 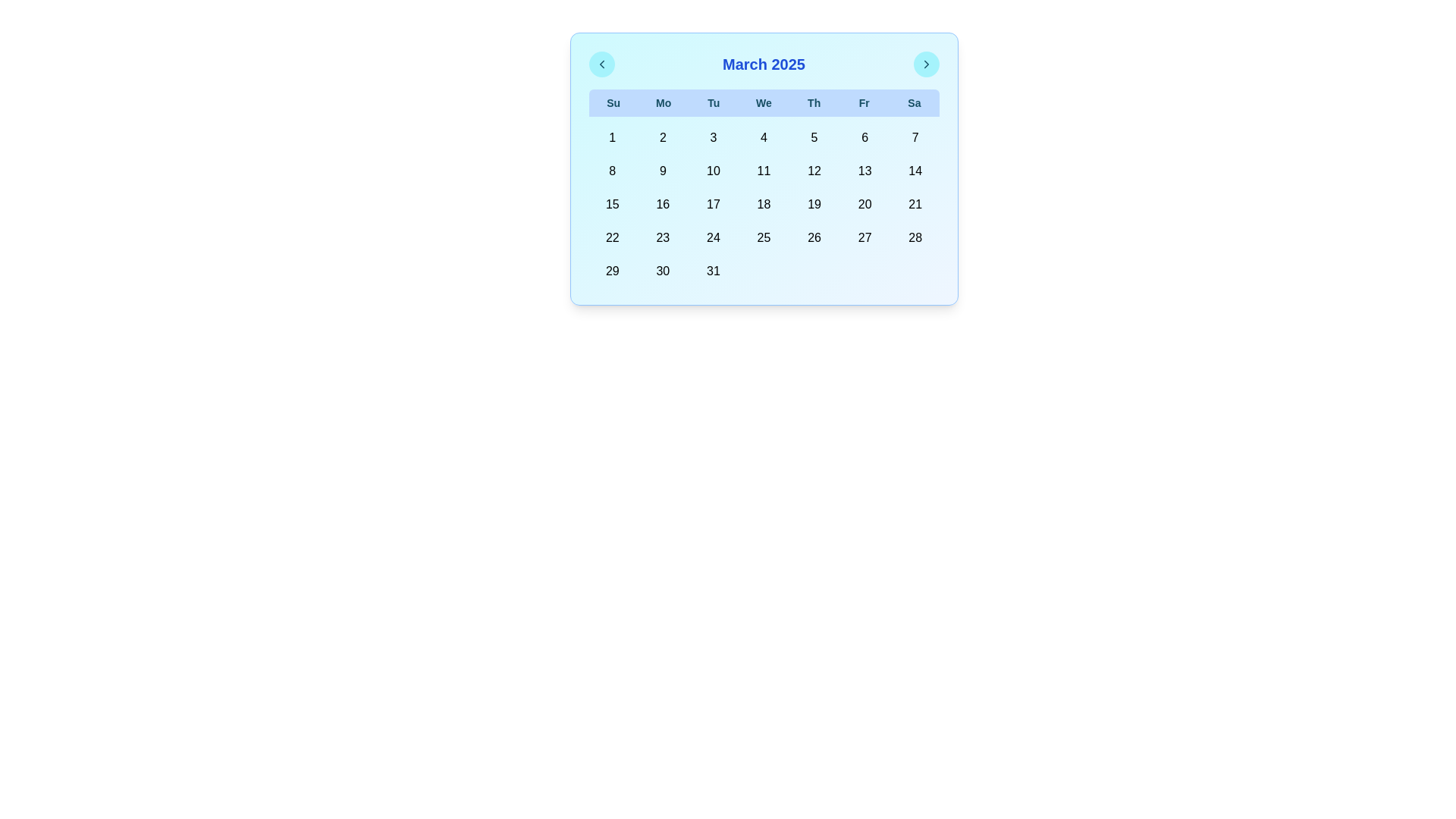 I want to click on the rounded rectangular button labeled '28' in the calendar grid, so click(x=915, y=237).